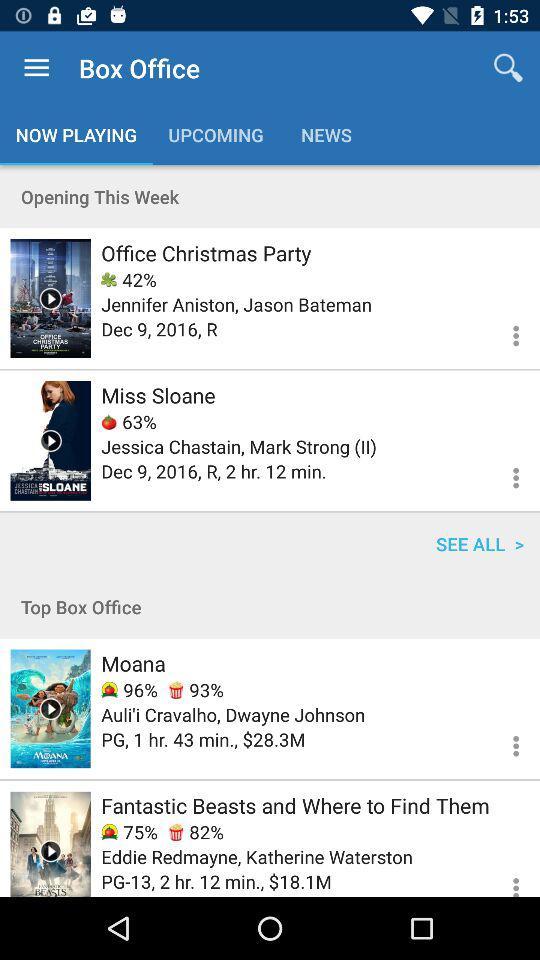 Image resolution: width=540 pixels, height=960 pixels. Describe the element at coordinates (196, 832) in the screenshot. I see `icon above eddie redmayne katherine item` at that location.